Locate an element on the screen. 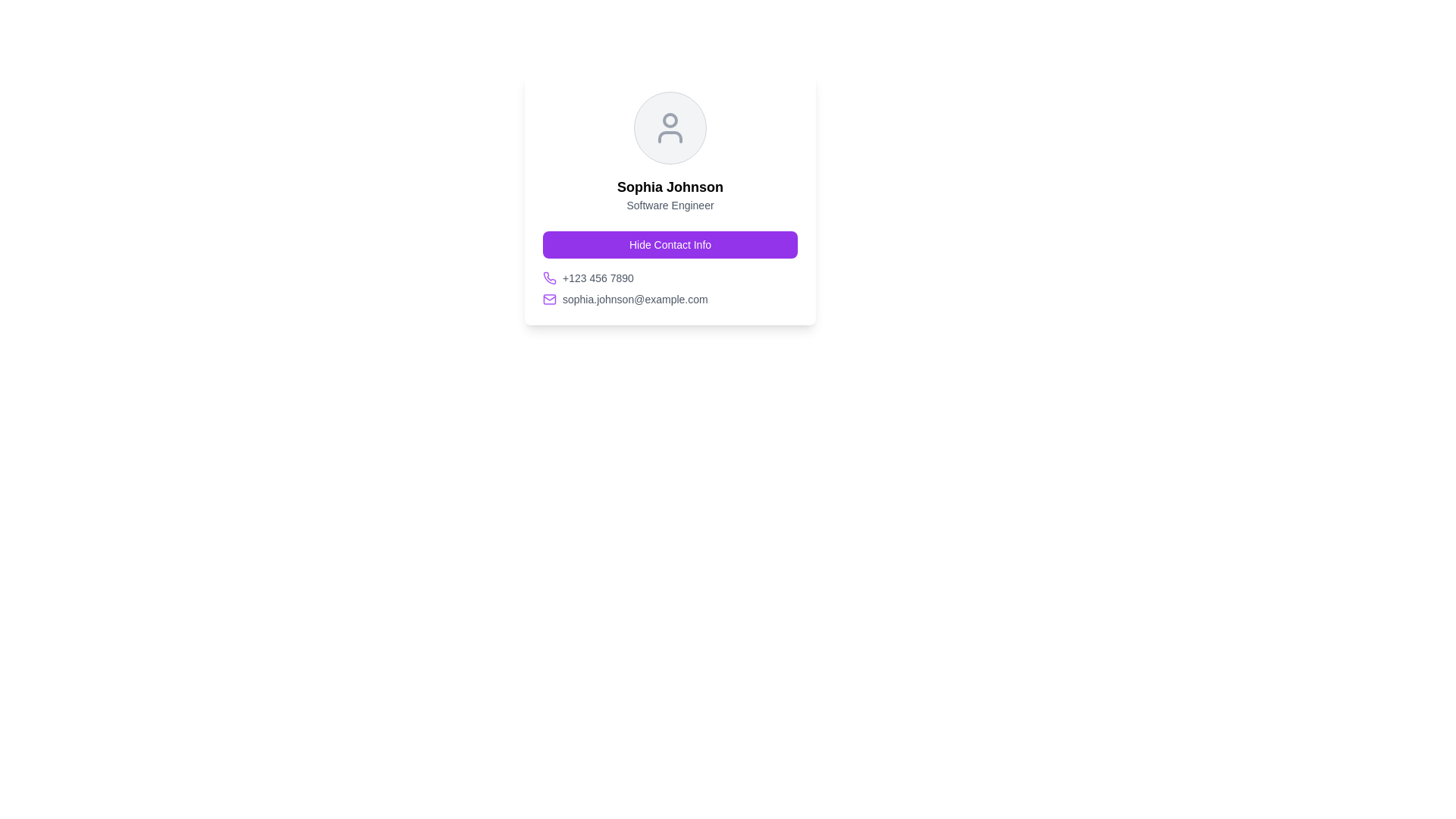 This screenshot has height=819, width=1456. the purple outline phone icon located to the left of the phone number '+123 456 7890' in the contact details section is located at coordinates (548, 278).